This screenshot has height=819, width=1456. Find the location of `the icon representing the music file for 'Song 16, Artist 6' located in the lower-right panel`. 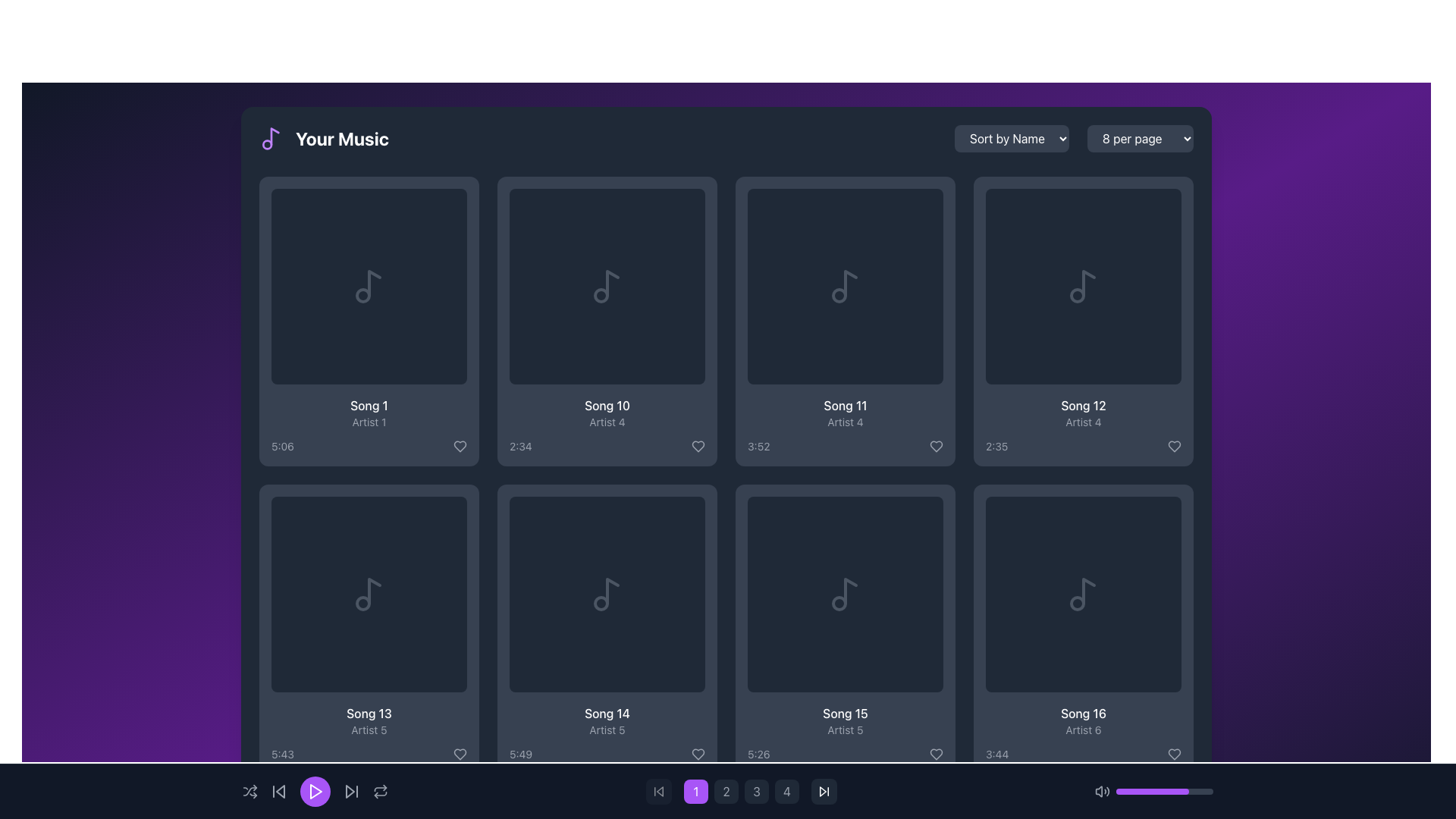

the icon representing the music file for 'Song 16, Artist 6' located in the lower-right panel is located at coordinates (1083, 593).